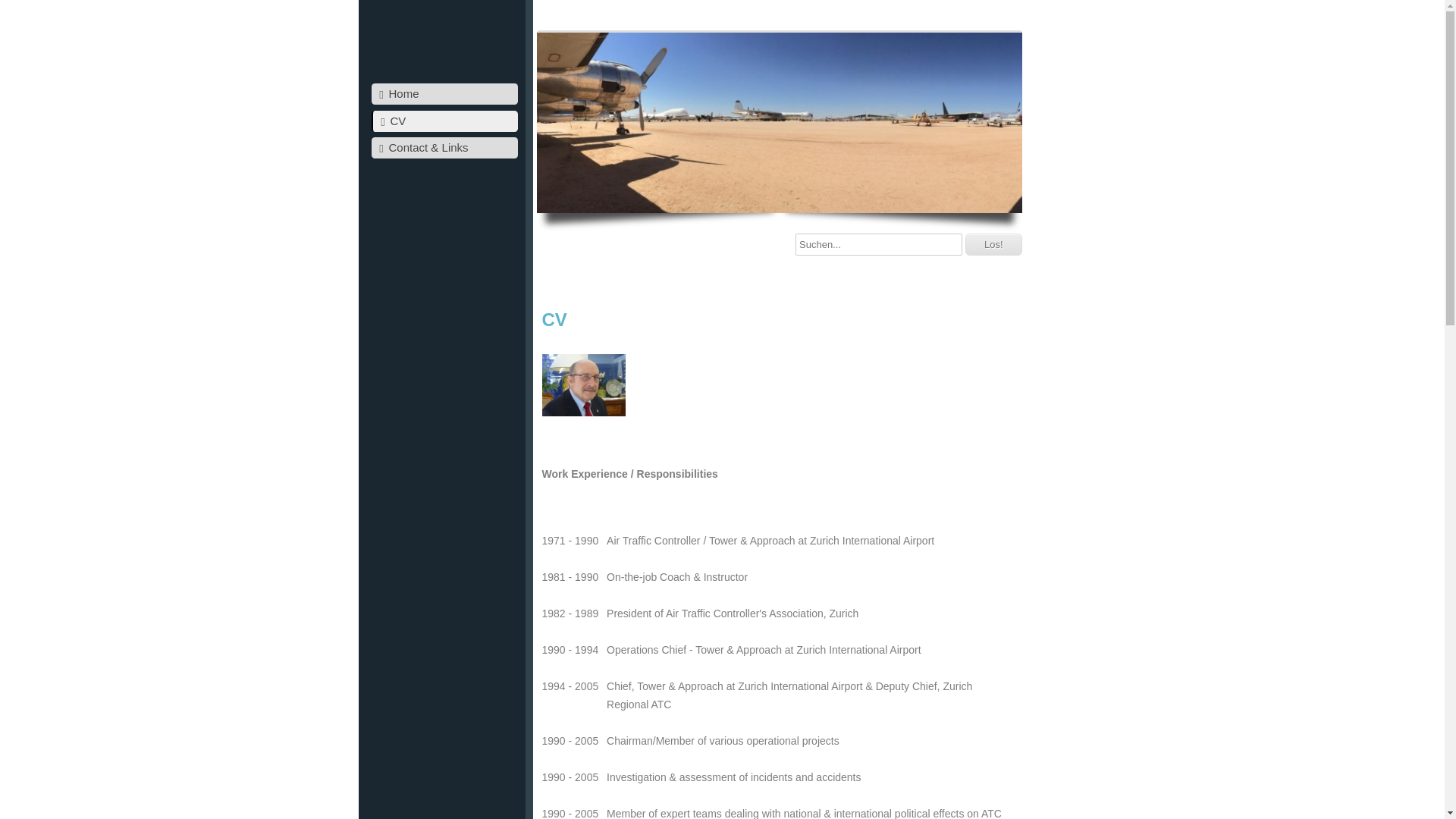  I want to click on 'Los!', so click(993, 243).